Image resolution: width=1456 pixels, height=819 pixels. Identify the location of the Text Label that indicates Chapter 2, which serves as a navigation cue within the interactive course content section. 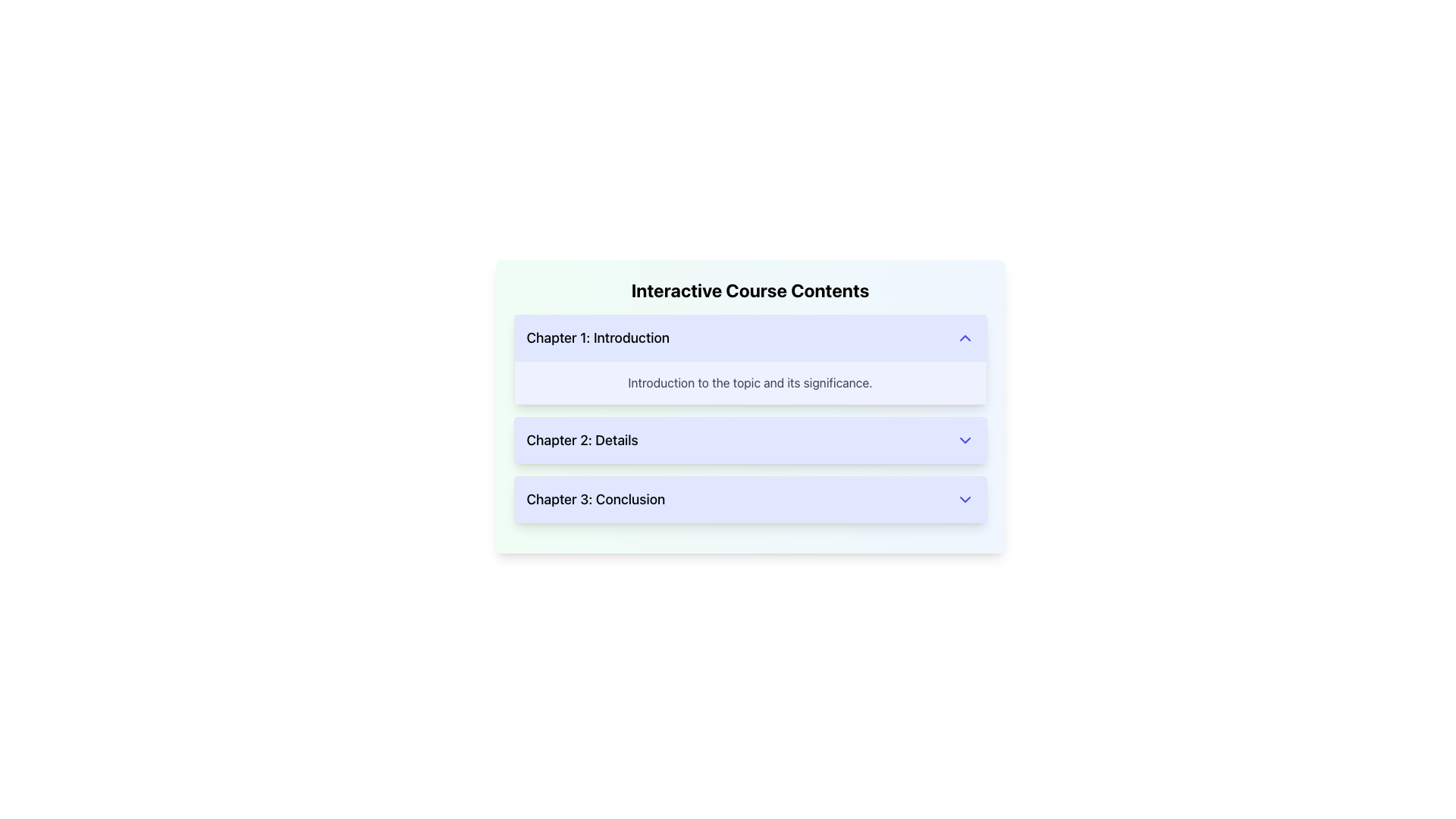
(582, 441).